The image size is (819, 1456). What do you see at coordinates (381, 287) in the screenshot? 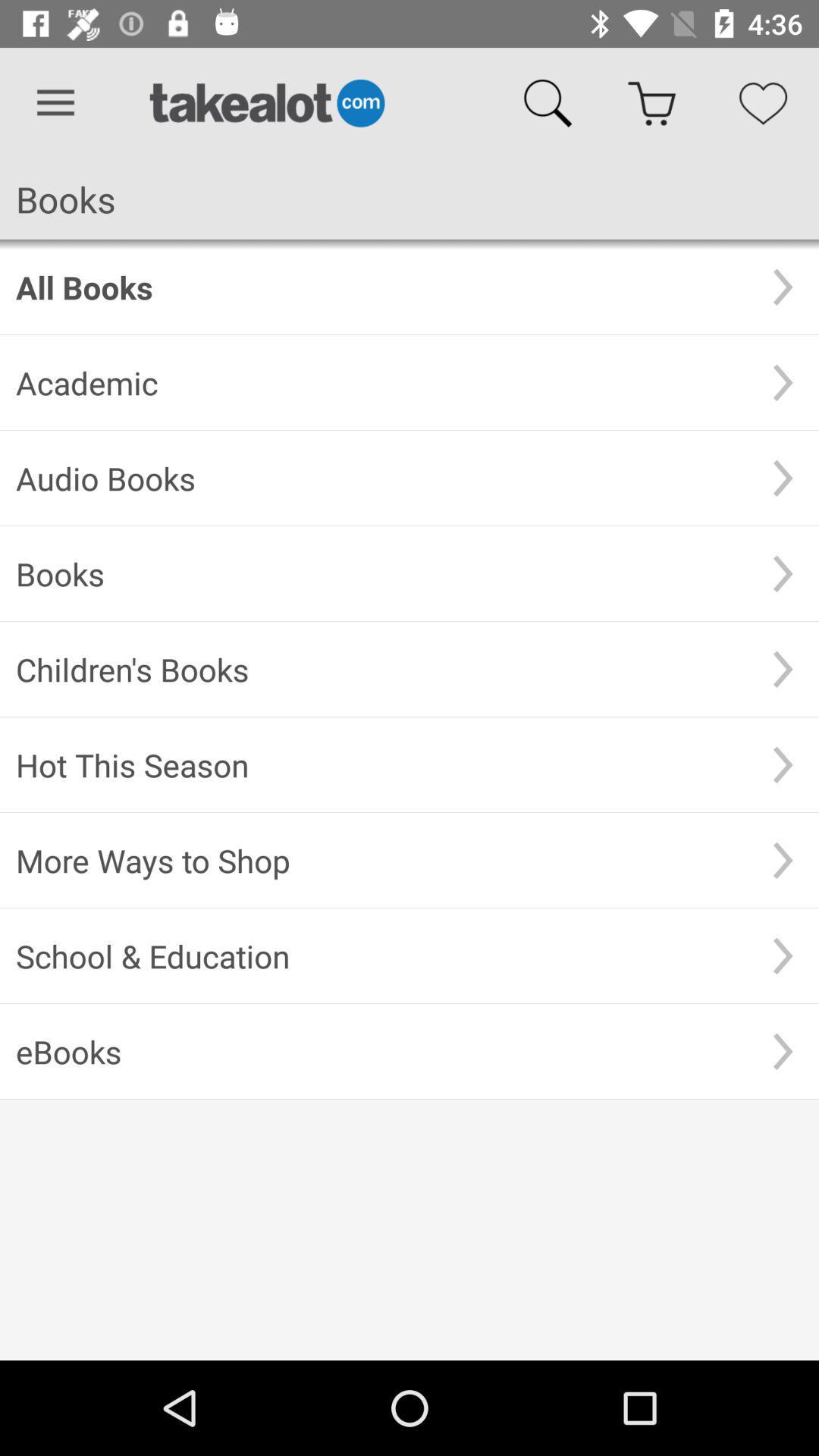
I see `the all books item` at bounding box center [381, 287].